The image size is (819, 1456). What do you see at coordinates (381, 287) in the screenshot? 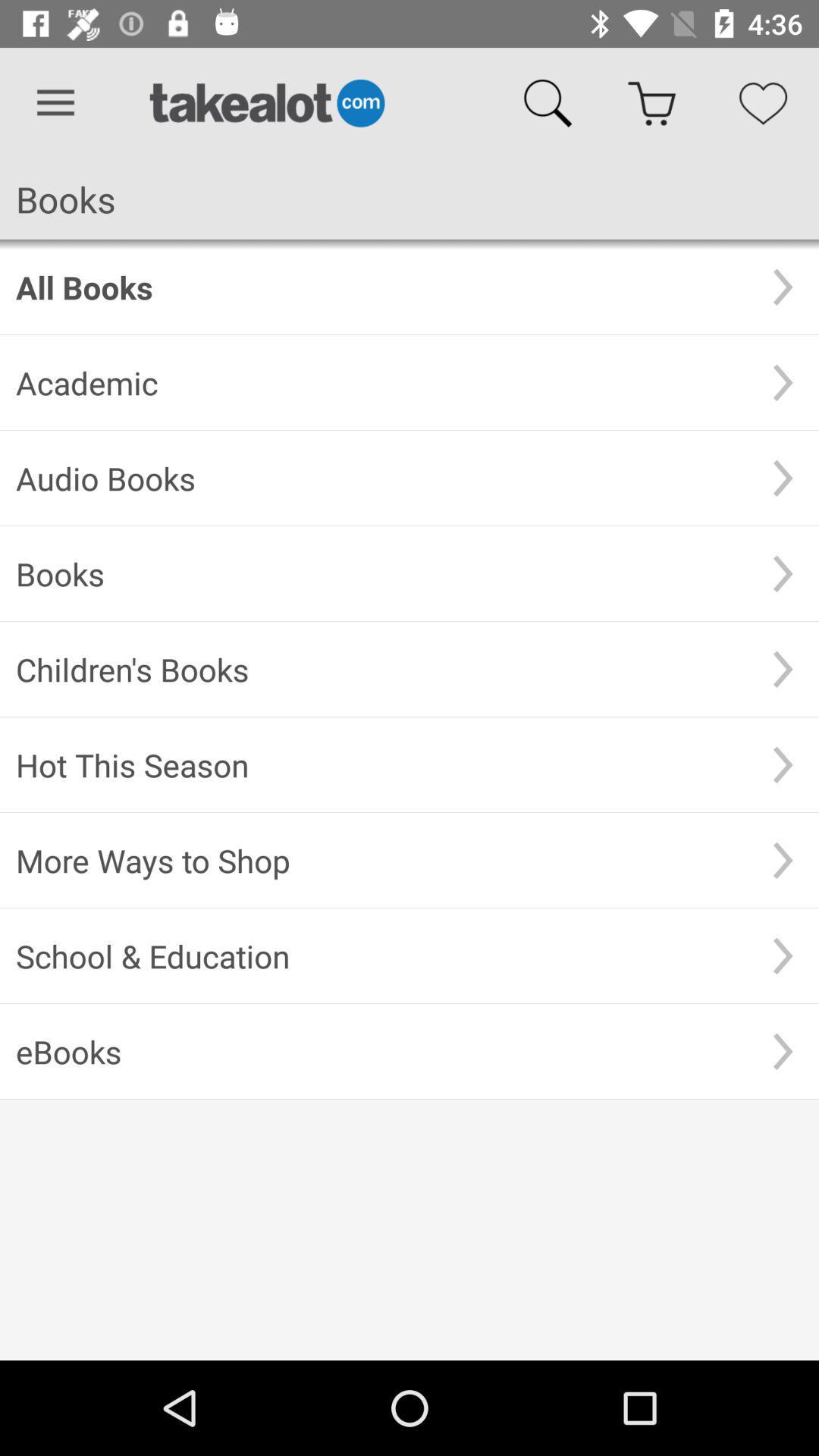
I see `the all books item` at bounding box center [381, 287].